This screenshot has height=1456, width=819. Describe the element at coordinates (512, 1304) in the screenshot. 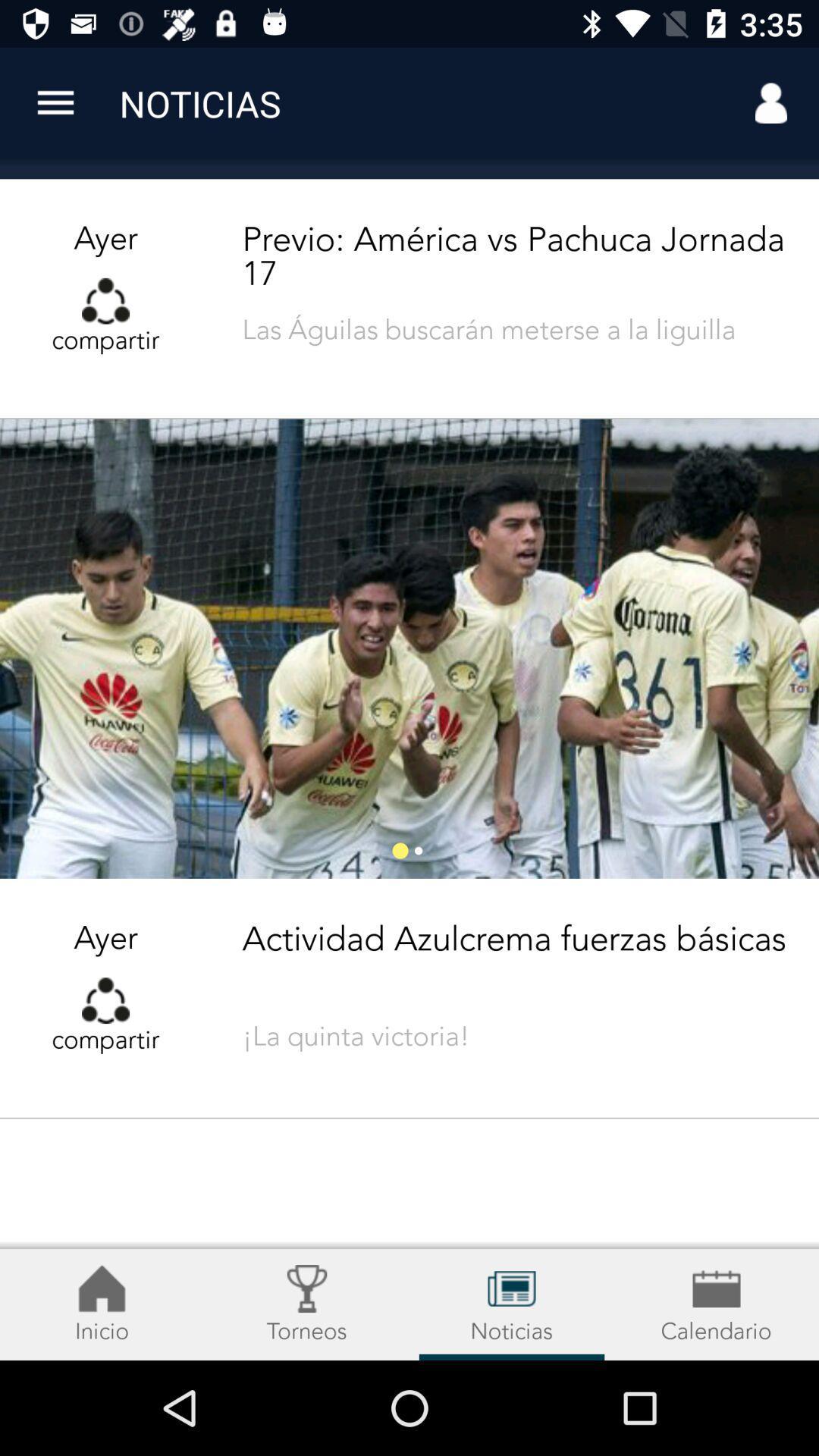

I see `the date_range icon` at that location.